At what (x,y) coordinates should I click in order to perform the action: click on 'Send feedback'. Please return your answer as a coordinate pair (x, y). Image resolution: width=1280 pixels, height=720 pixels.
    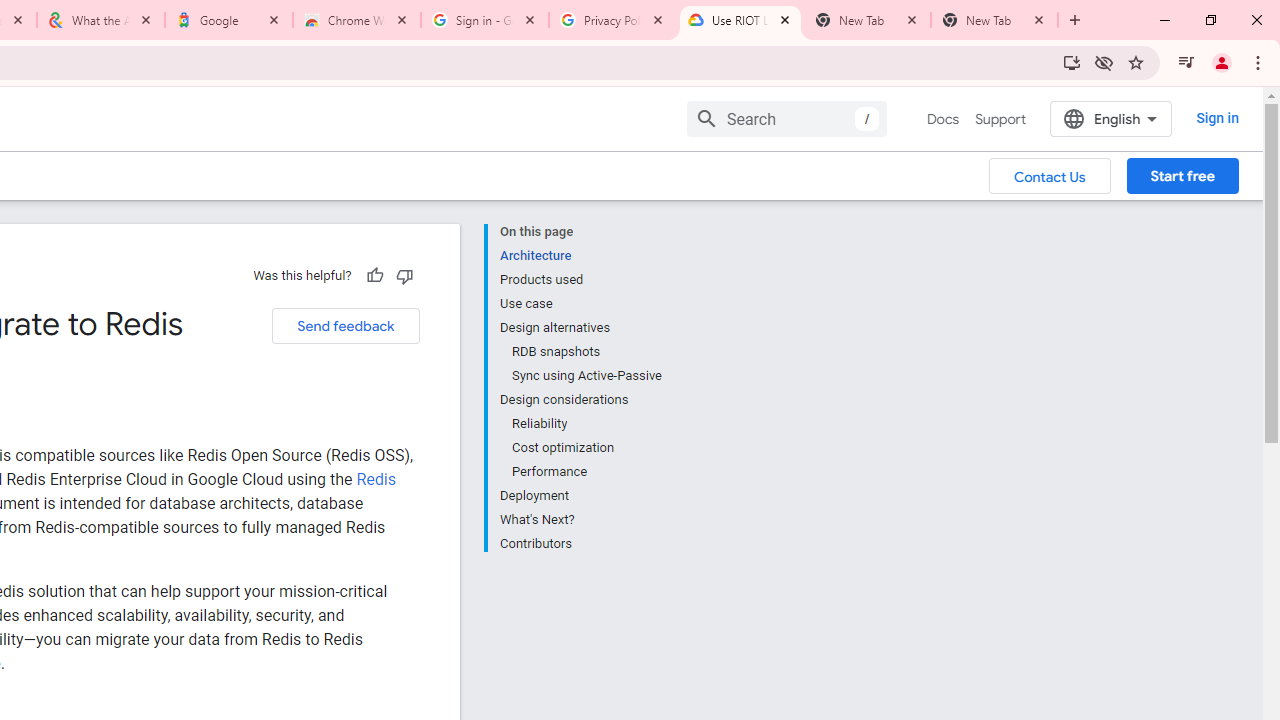
    Looking at the image, I should click on (345, 325).